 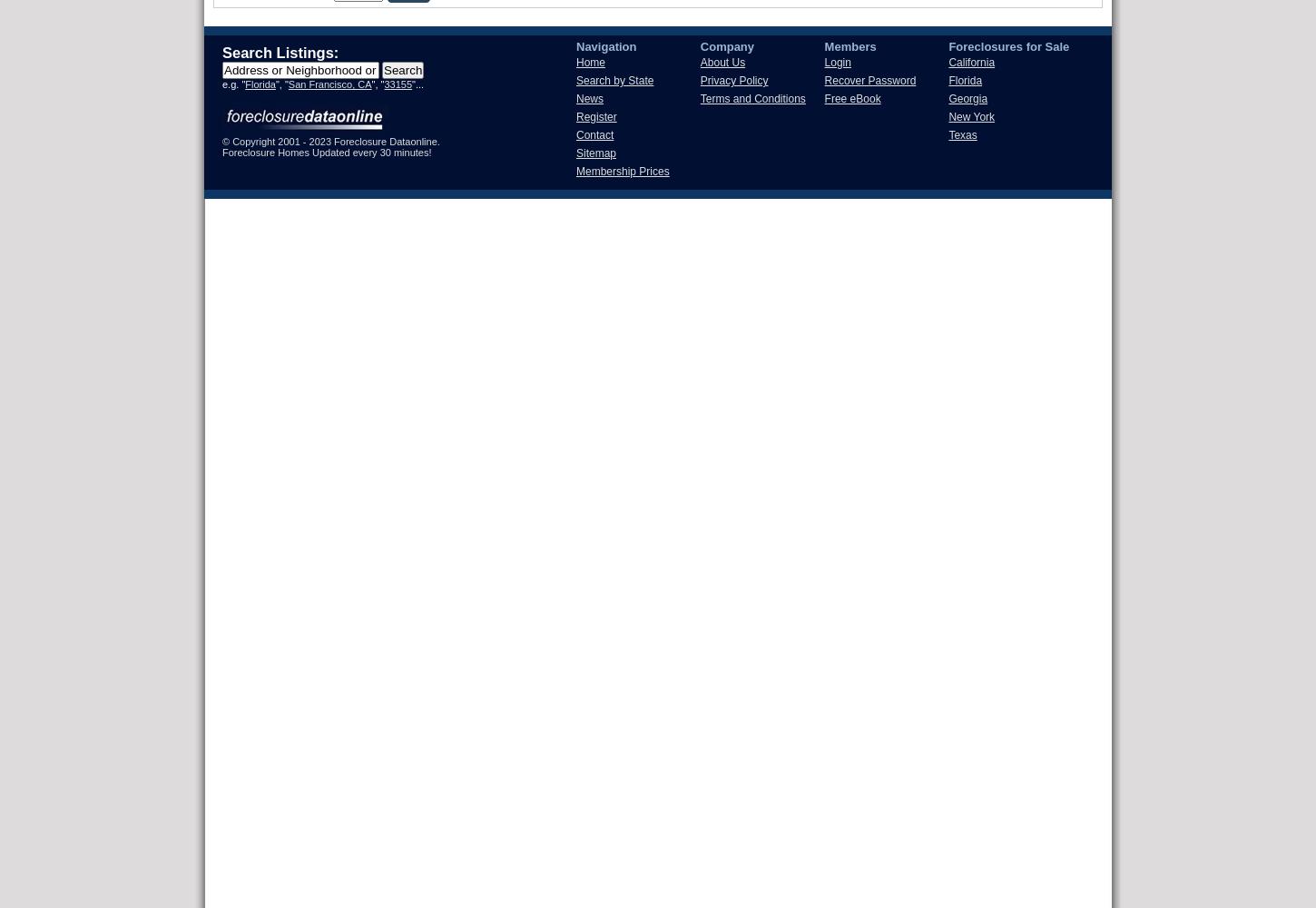 What do you see at coordinates (287, 84) in the screenshot?
I see `'San Francisco, CA'` at bounding box center [287, 84].